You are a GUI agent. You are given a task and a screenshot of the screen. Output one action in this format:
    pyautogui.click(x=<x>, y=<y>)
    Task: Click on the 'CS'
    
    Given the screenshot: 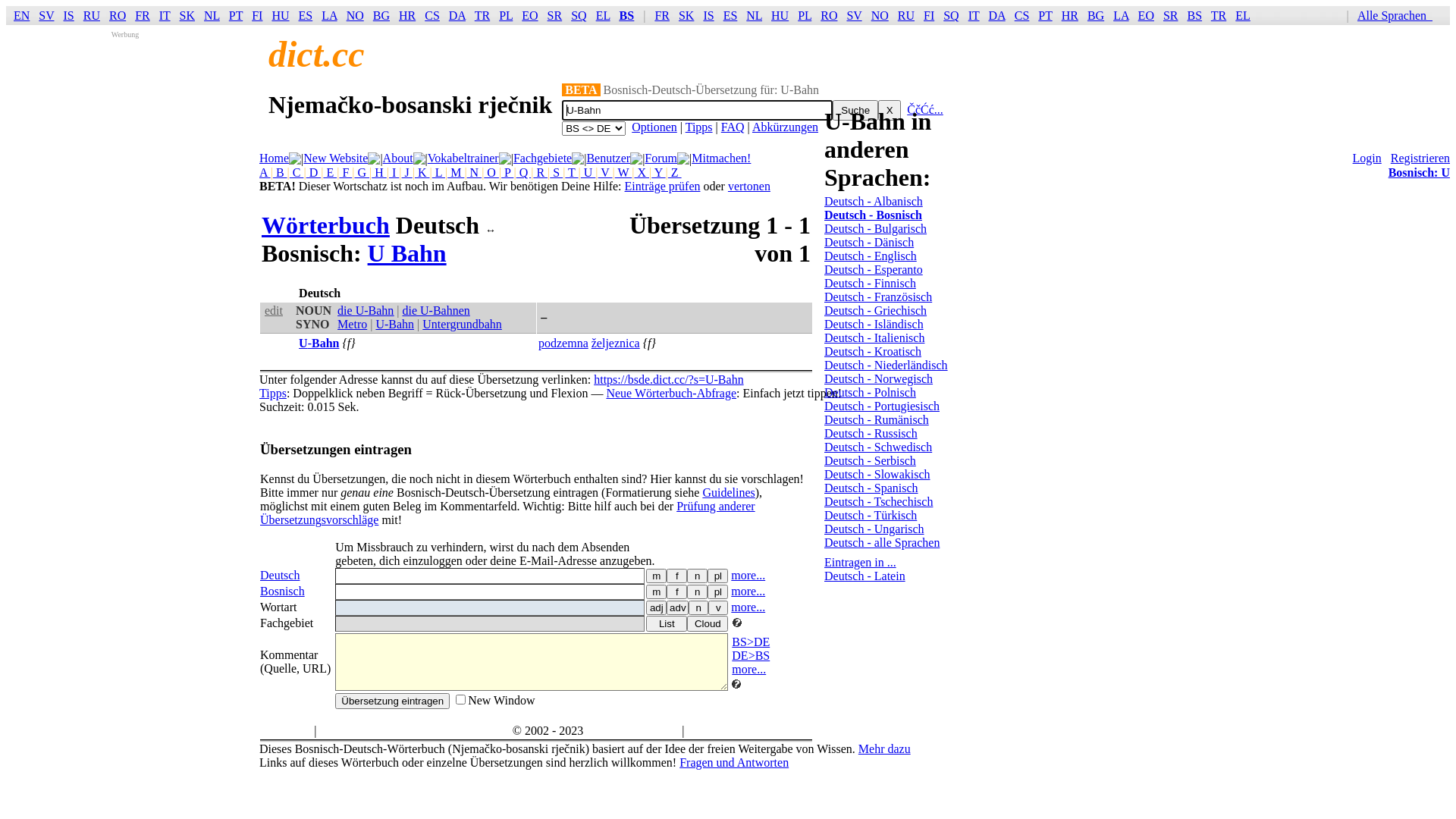 What is the action you would take?
    pyautogui.click(x=431, y=15)
    